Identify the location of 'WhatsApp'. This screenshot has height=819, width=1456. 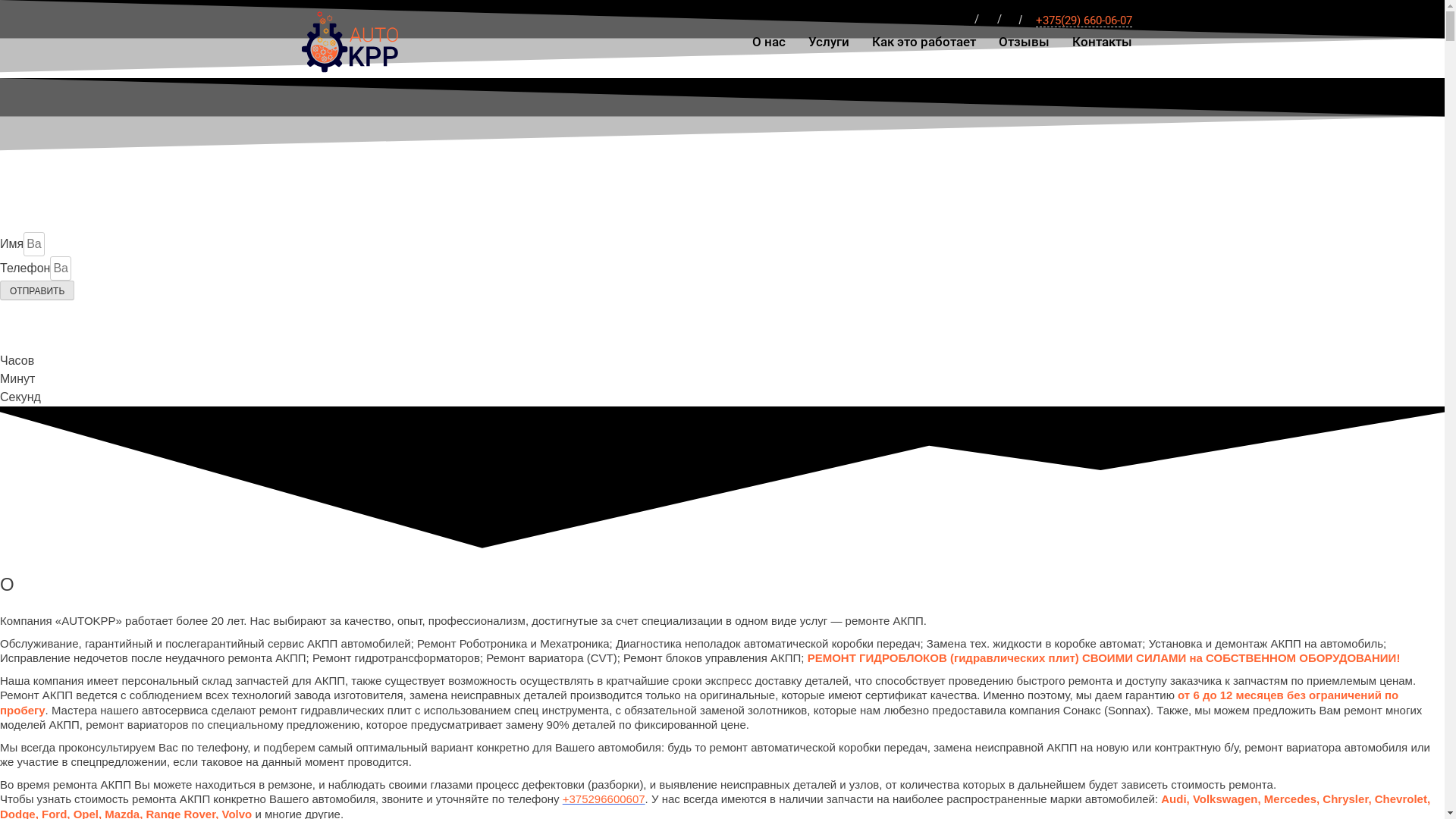
(964, 20).